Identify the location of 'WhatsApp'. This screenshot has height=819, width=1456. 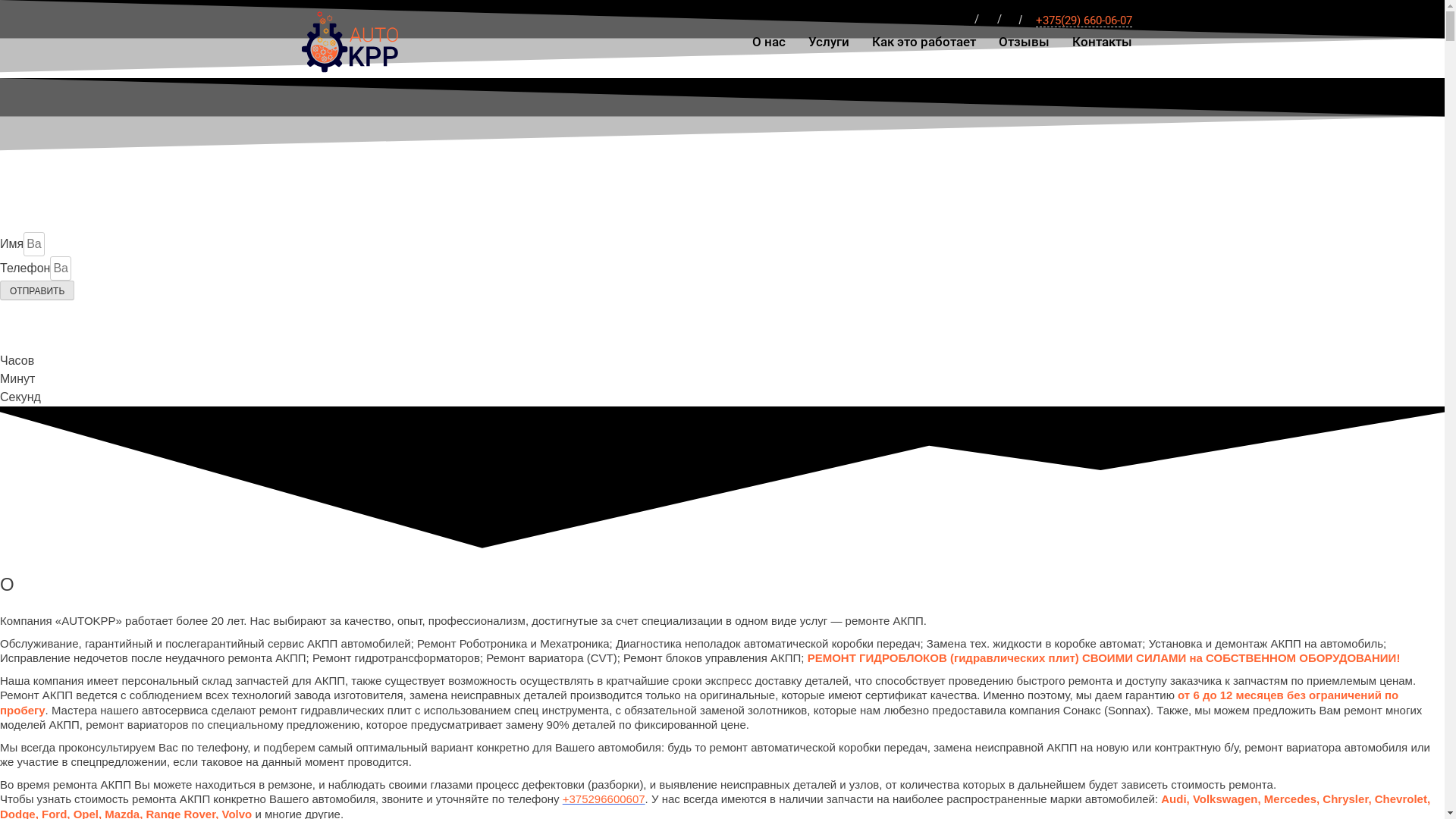
(964, 20).